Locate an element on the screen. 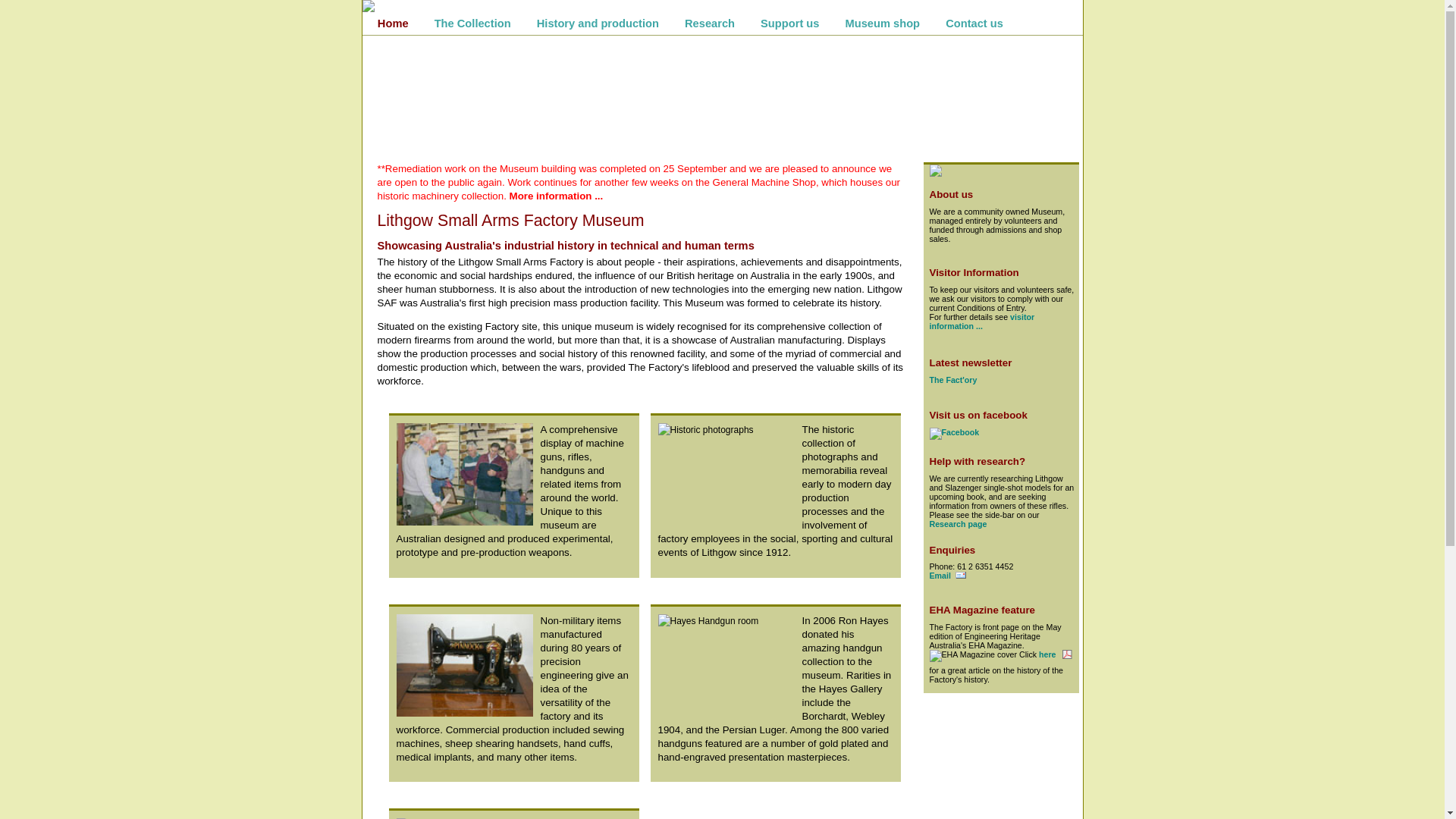 This screenshot has width=1456, height=819. 'here' is located at coordinates (1037, 654).